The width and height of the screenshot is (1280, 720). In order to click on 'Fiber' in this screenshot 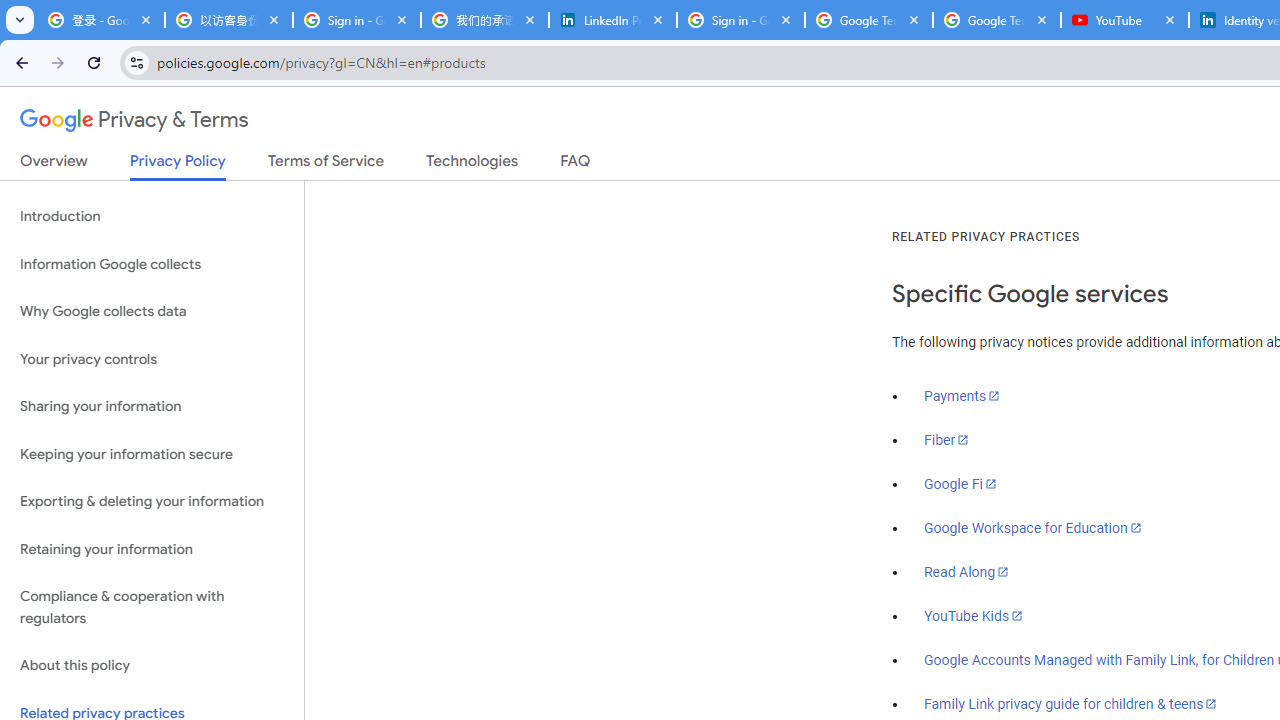, I will do `click(946, 439)`.